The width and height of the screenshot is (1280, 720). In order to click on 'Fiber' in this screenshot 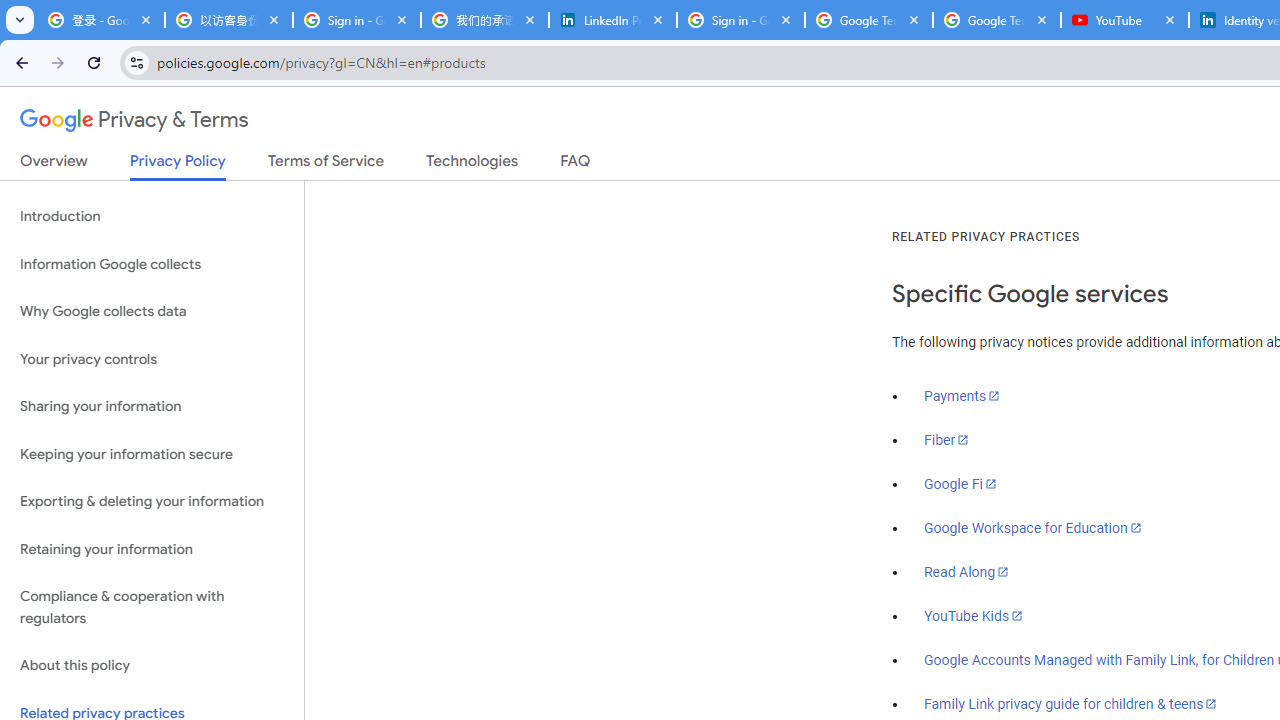, I will do `click(946, 439)`.